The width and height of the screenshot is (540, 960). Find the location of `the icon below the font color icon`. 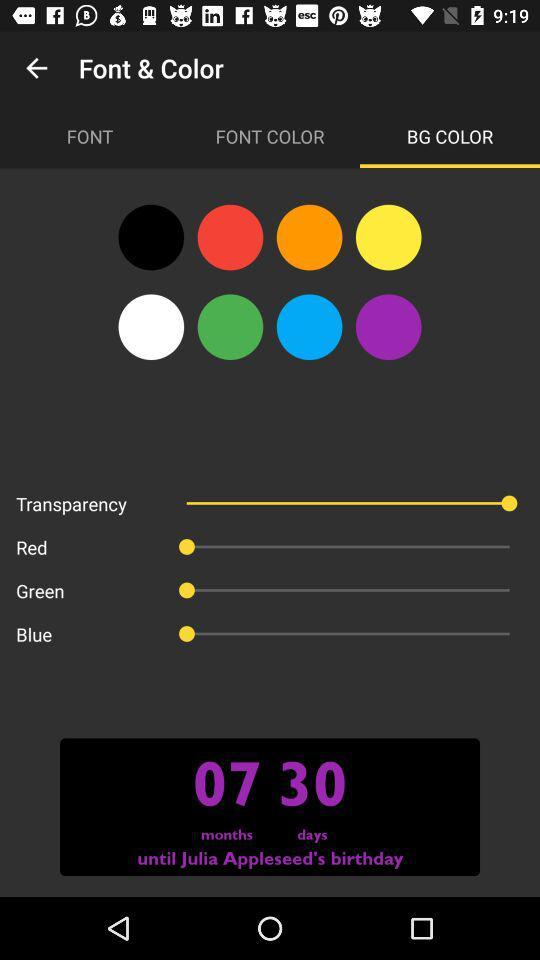

the icon below the font color icon is located at coordinates (388, 237).